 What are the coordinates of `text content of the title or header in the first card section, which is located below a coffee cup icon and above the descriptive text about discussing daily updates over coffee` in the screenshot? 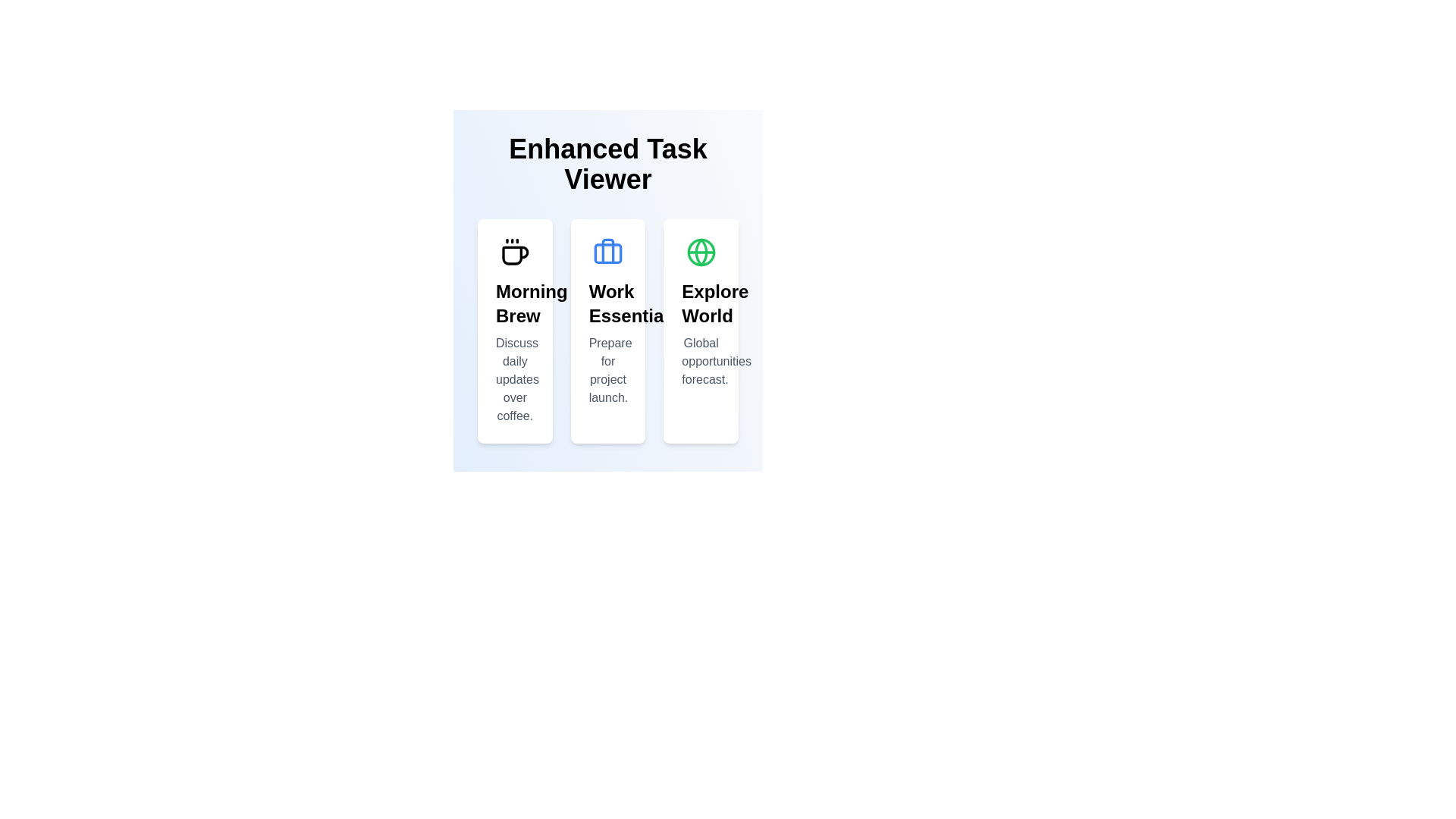 It's located at (515, 304).